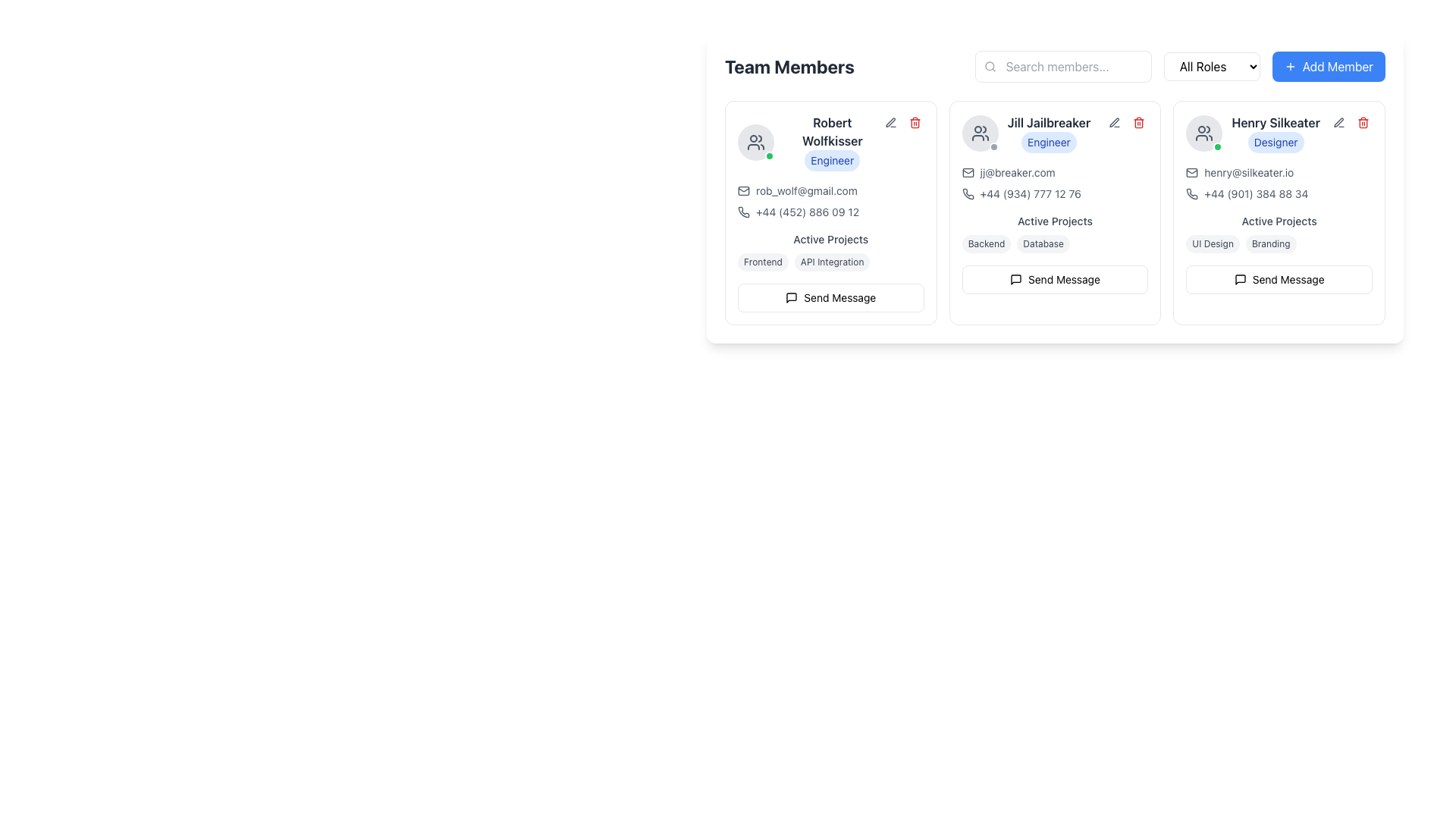 Image resolution: width=1456 pixels, height=819 pixels. What do you see at coordinates (1054, 280) in the screenshot?
I see `the 'Send Message' button with a speech bubble icon located at the bottom of Jill Jailbreaker's profile card to send a message` at bounding box center [1054, 280].